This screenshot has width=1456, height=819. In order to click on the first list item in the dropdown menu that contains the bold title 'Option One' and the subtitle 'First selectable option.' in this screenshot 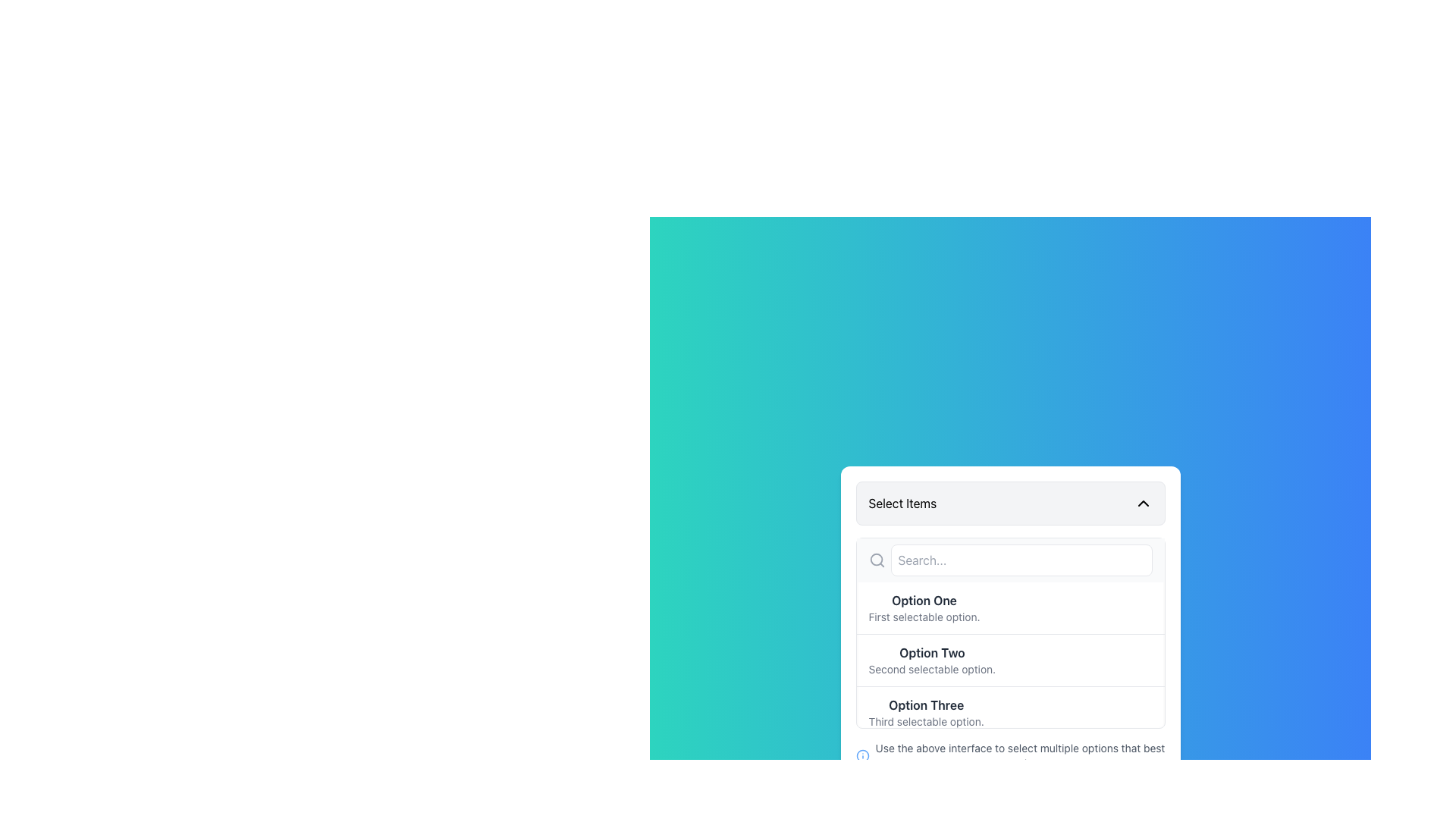, I will do `click(1010, 607)`.